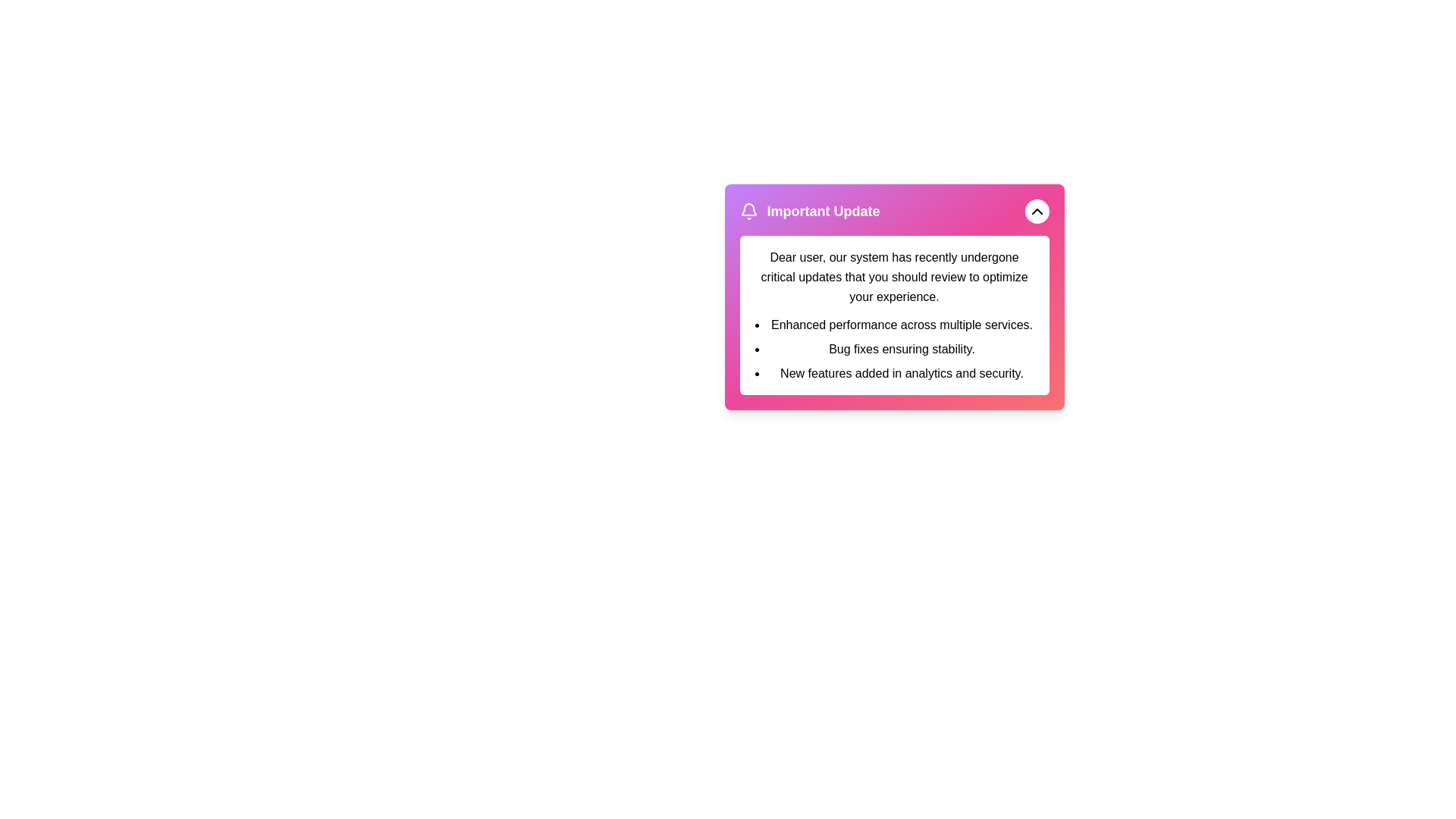 Image resolution: width=1456 pixels, height=819 pixels. I want to click on bell icon to toggle the alert visibility, so click(748, 211).